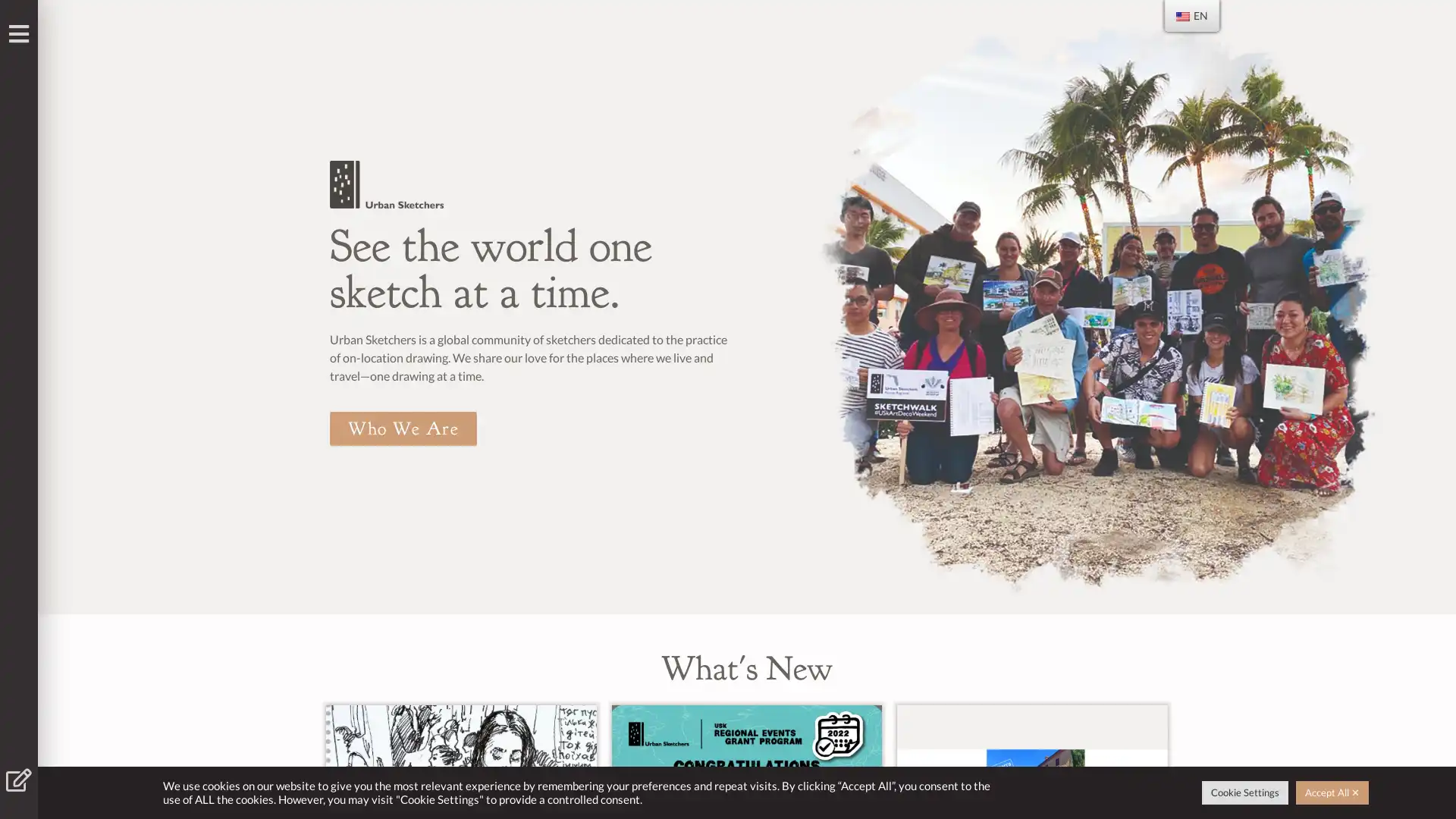  I want to click on Accept All, so click(1331, 792).